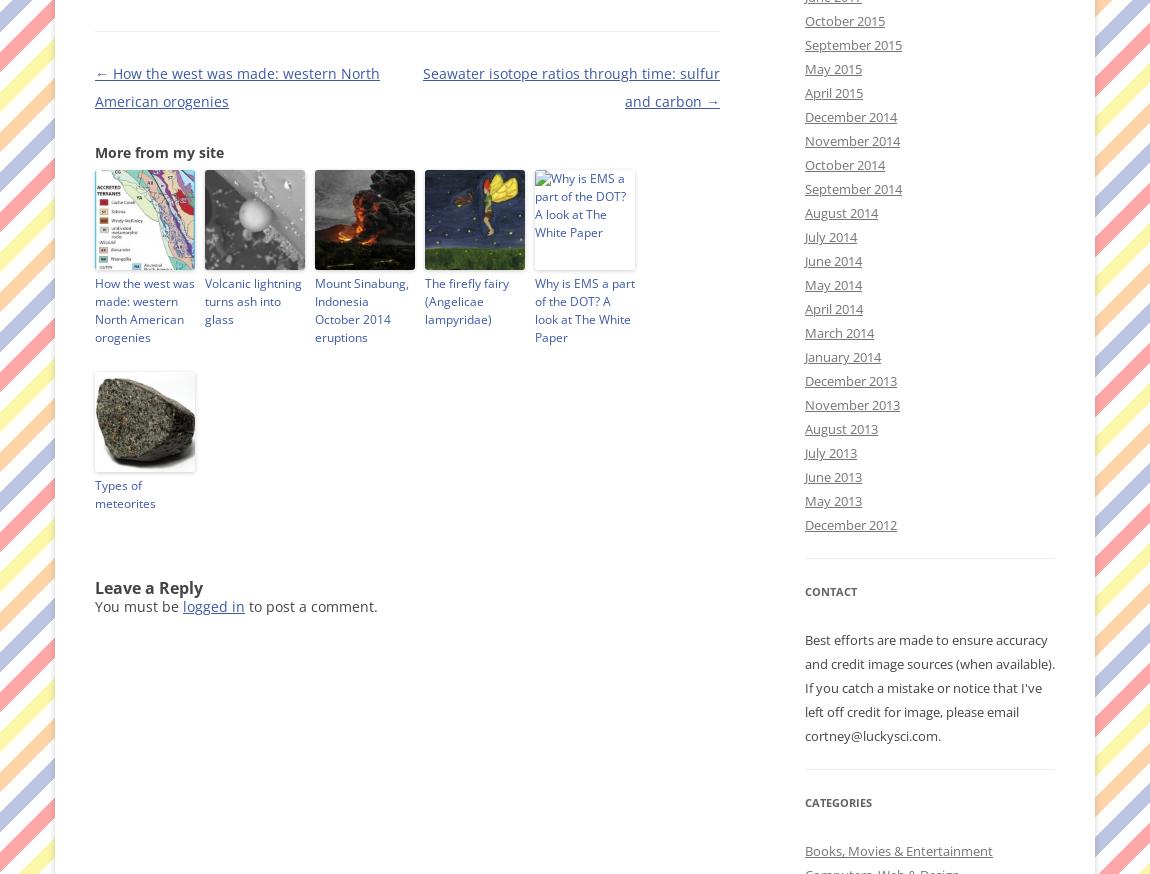  I want to click on 'Categories', so click(837, 802).